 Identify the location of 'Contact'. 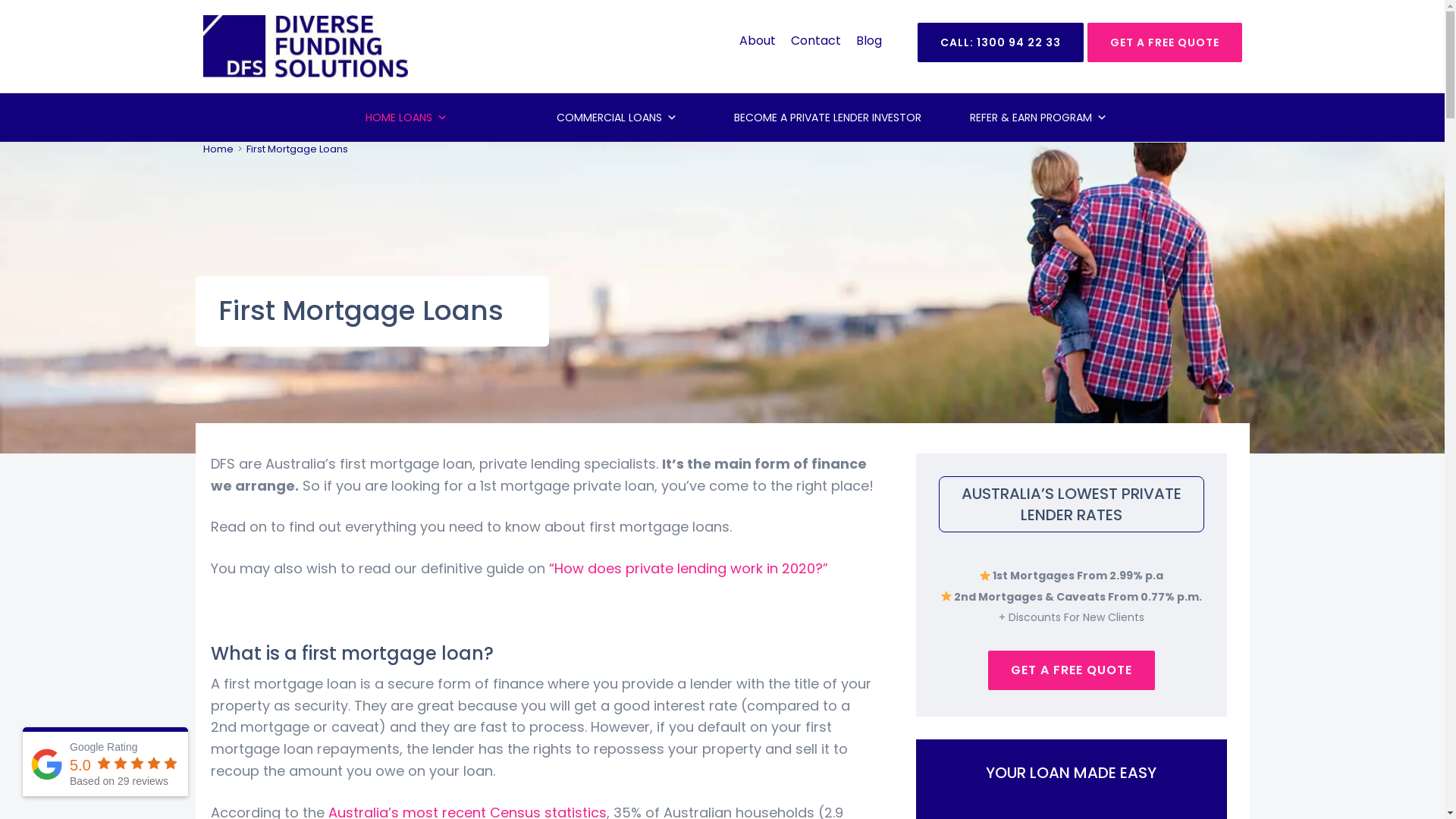
(814, 39).